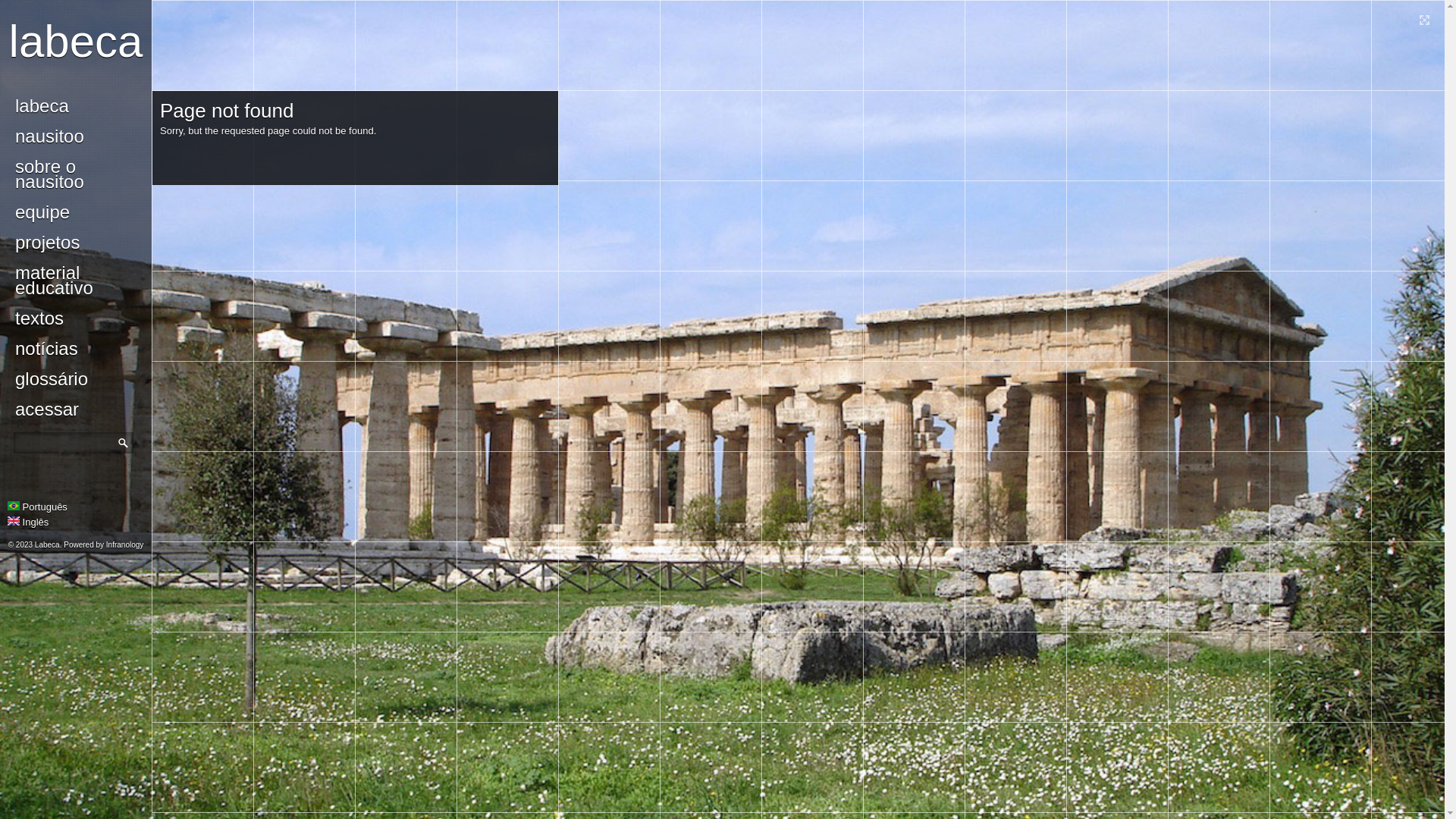 The width and height of the screenshot is (1456, 819). Describe the element at coordinates (75, 281) in the screenshot. I see `'material educativo'` at that location.